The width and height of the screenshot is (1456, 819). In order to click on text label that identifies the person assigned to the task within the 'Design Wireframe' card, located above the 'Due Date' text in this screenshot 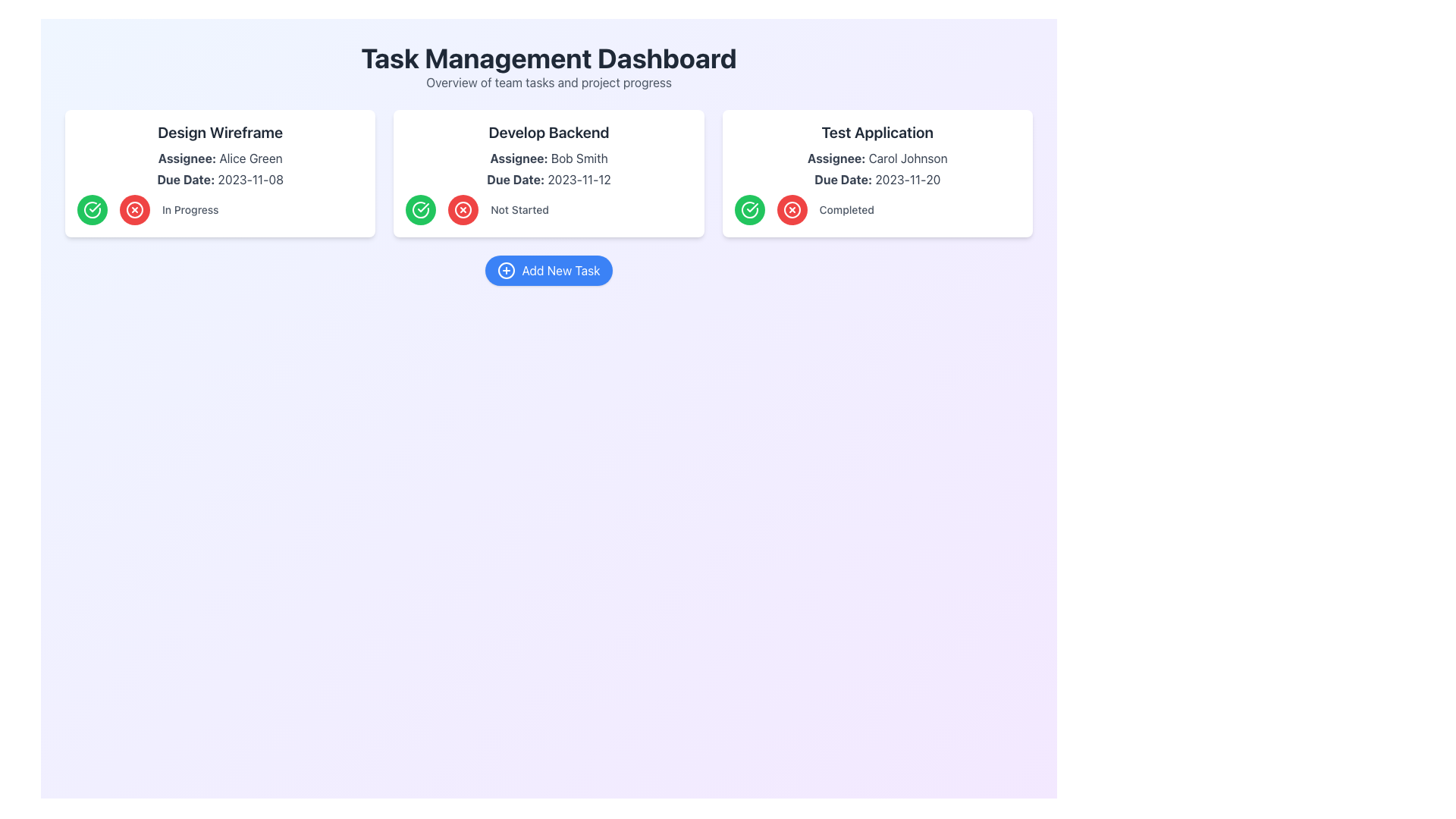, I will do `click(219, 158)`.